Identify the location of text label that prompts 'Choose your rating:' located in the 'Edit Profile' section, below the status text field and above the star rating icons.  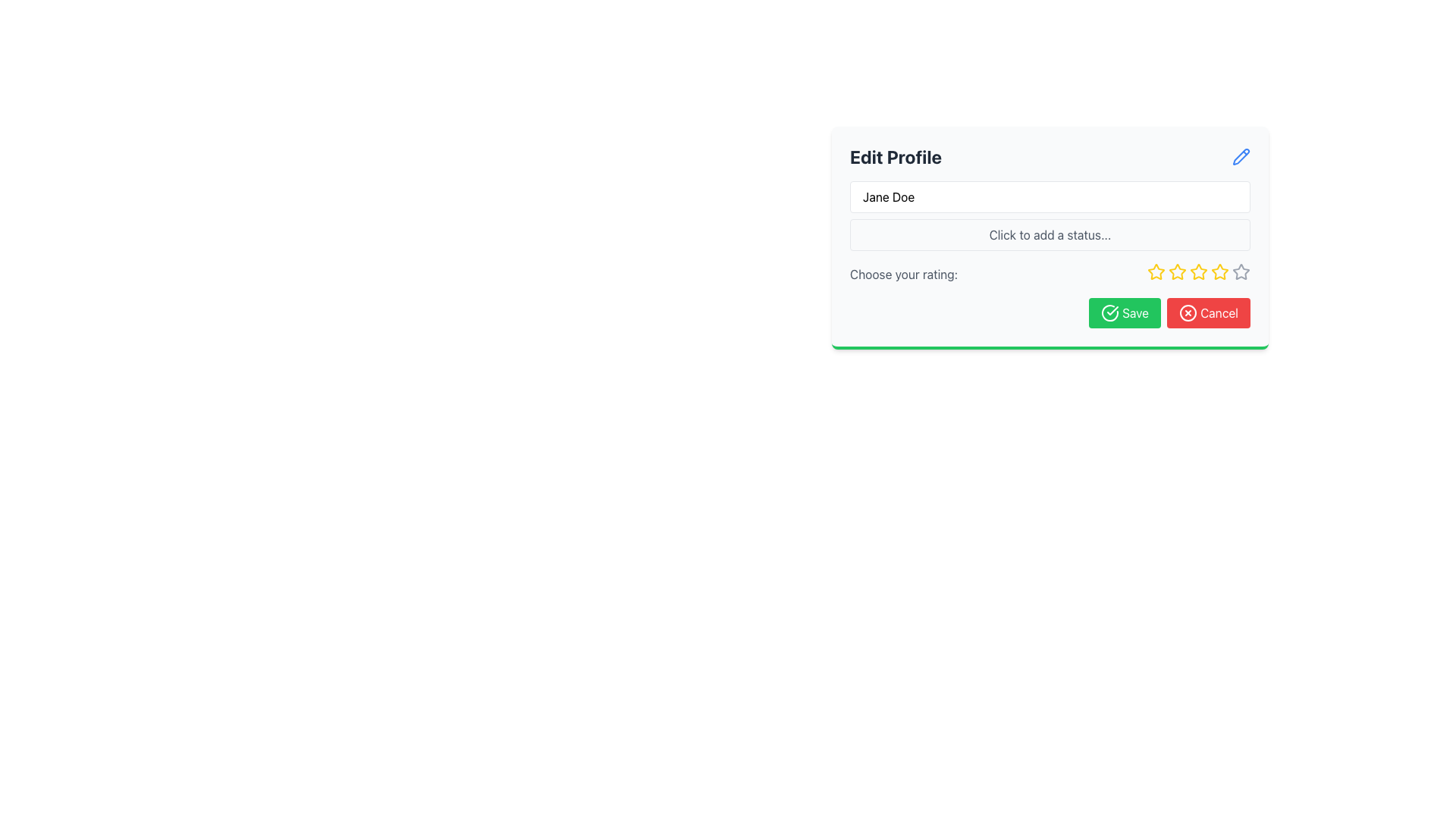
(904, 275).